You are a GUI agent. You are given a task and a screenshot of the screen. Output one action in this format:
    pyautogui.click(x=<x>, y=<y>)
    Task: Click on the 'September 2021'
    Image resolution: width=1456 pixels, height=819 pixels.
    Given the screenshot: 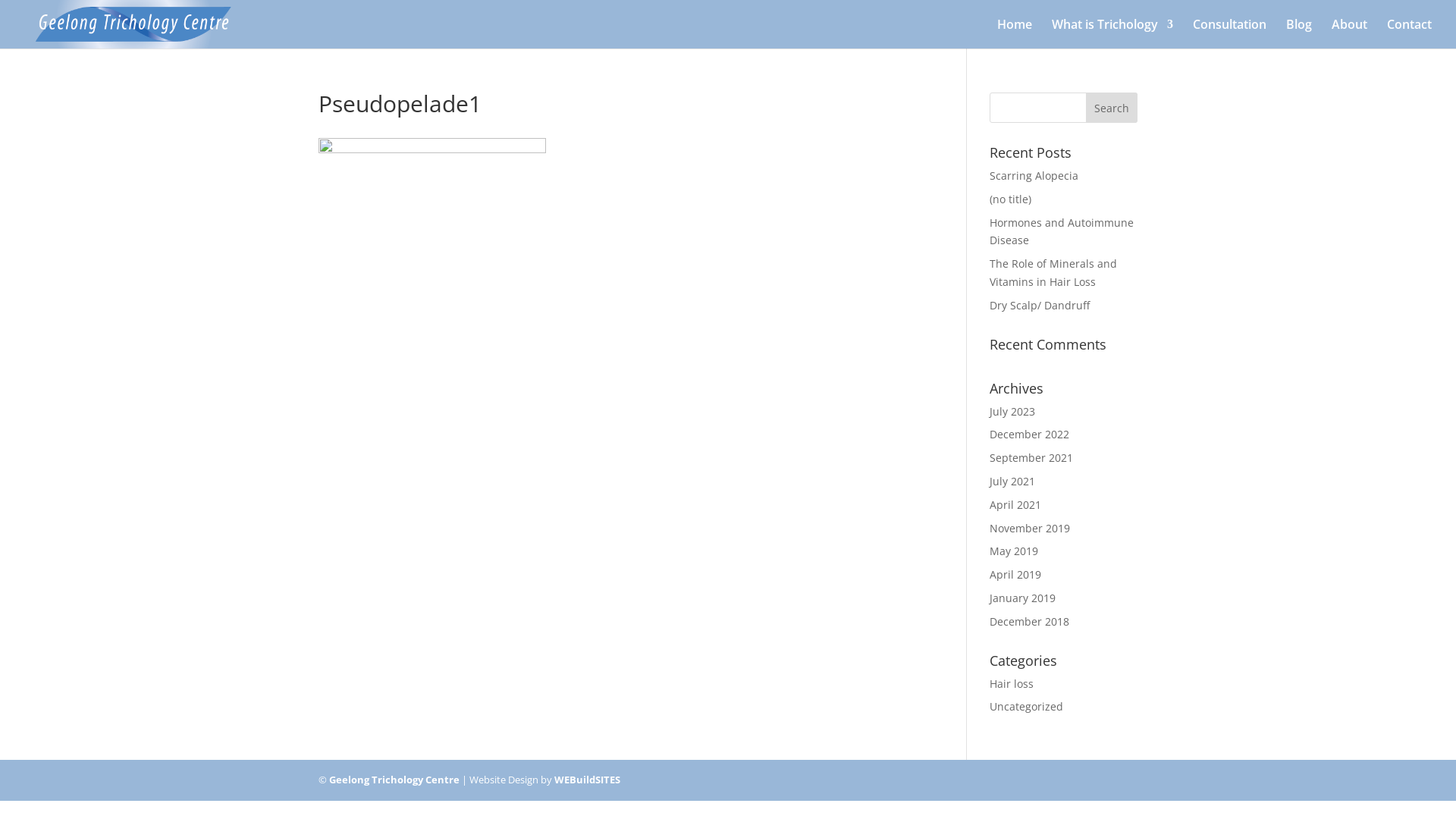 What is the action you would take?
    pyautogui.click(x=990, y=457)
    